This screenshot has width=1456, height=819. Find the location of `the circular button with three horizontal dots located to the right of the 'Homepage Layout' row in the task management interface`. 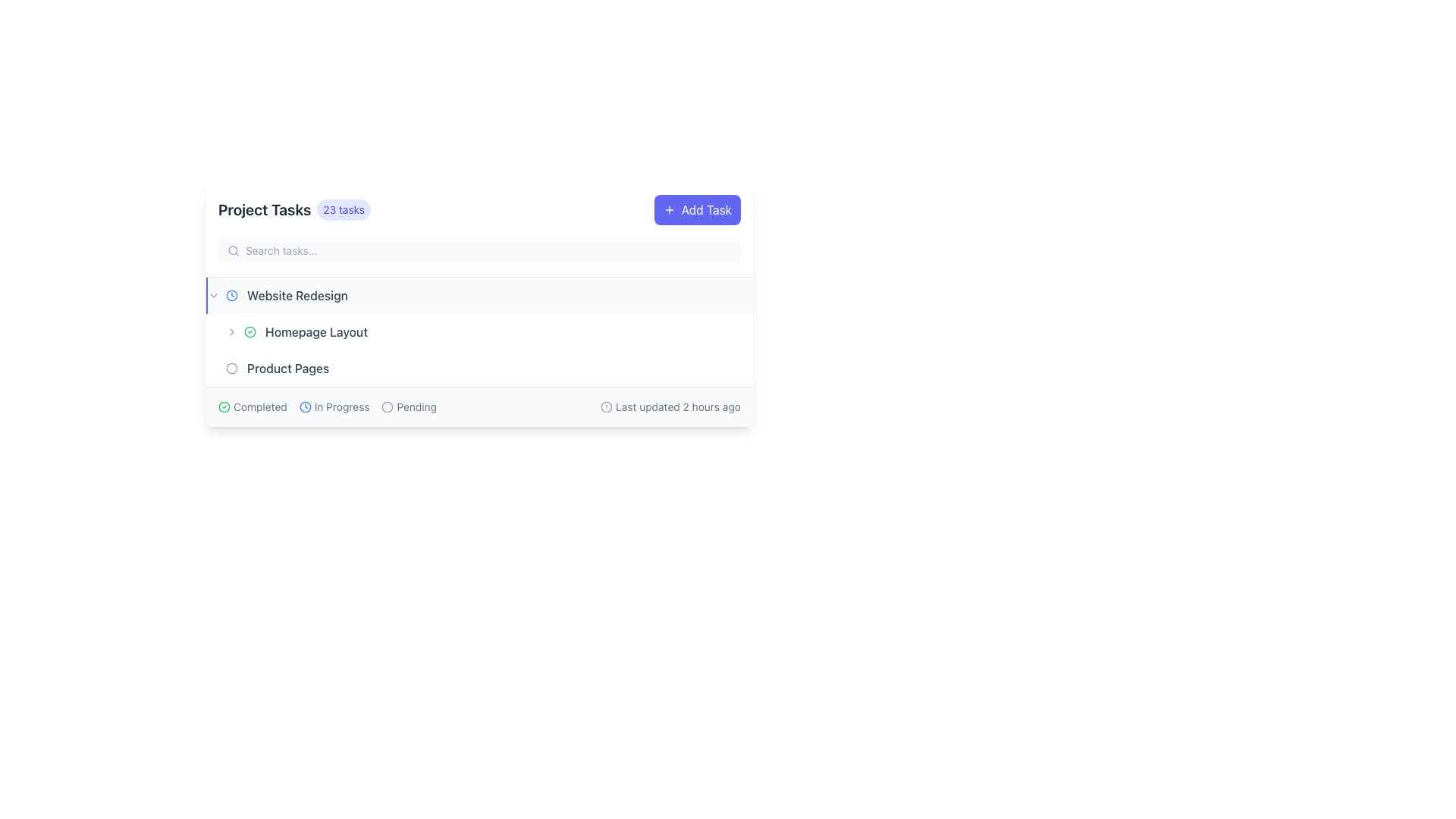

the circular button with three horizontal dots located to the right of the 'Homepage Layout' row in the task management interface is located at coordinates (735, 295).